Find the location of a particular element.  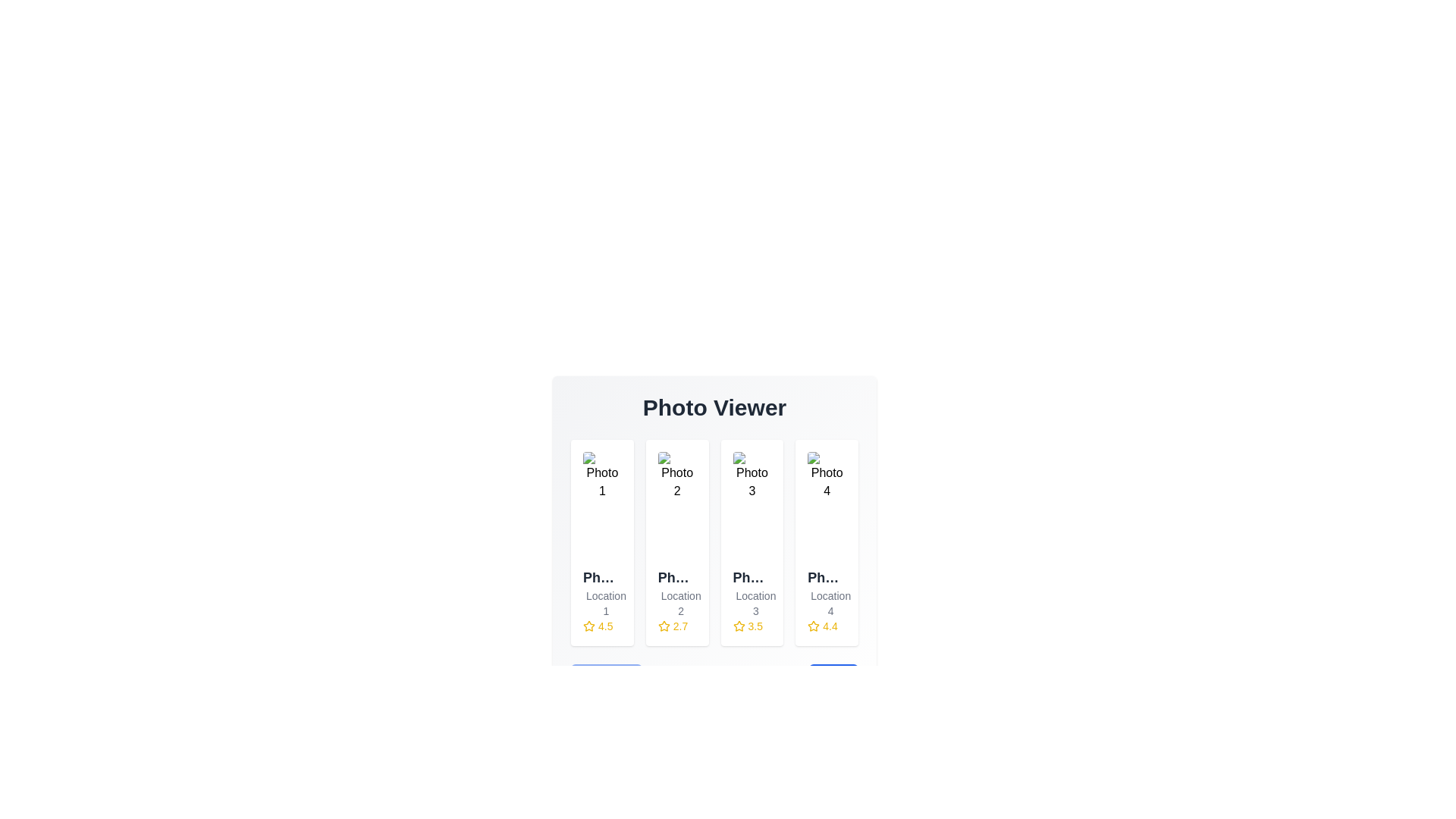

visual content of the Label with an icon that displays the rating of the first photo, located below 'Location 1' and 'Photo 1' in the first column of a multi-column layout is located at coordinates (601, 626).